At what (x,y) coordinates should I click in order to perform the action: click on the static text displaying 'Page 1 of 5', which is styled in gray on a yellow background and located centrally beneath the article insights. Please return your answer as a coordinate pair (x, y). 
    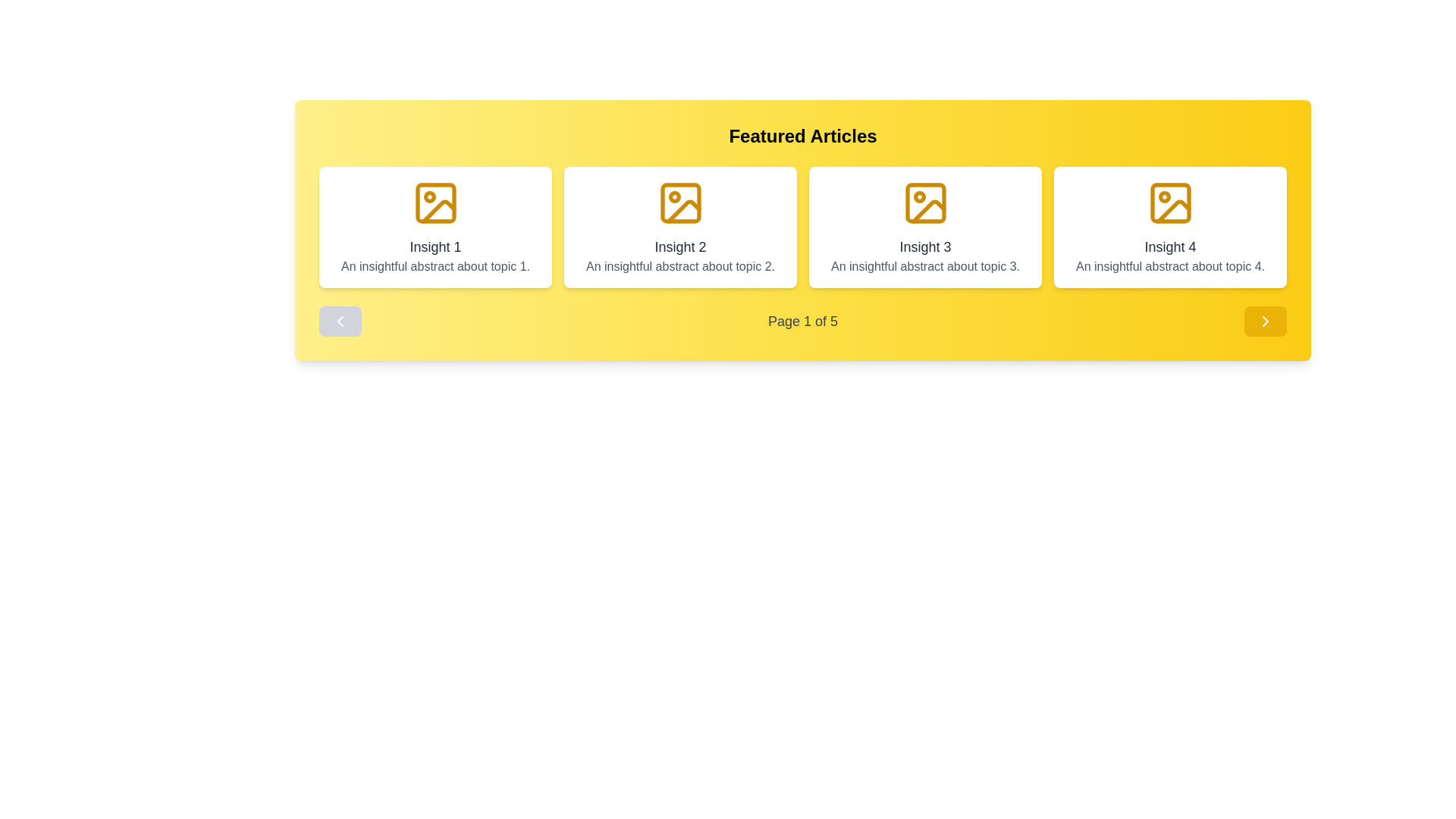
    Looking at the image, I should click on (802, 321).